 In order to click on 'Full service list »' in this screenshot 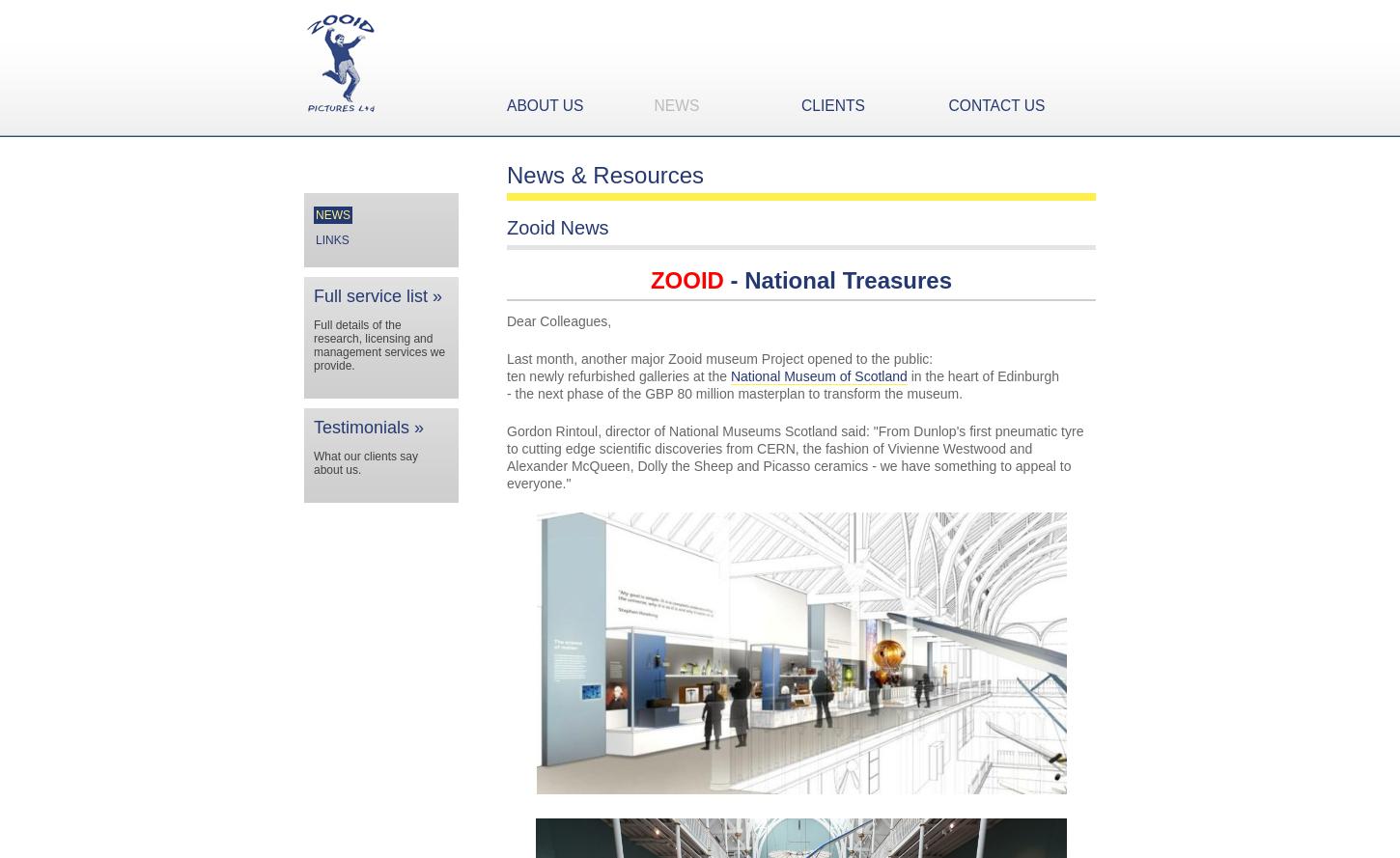, I will do `click(377, 295)`.